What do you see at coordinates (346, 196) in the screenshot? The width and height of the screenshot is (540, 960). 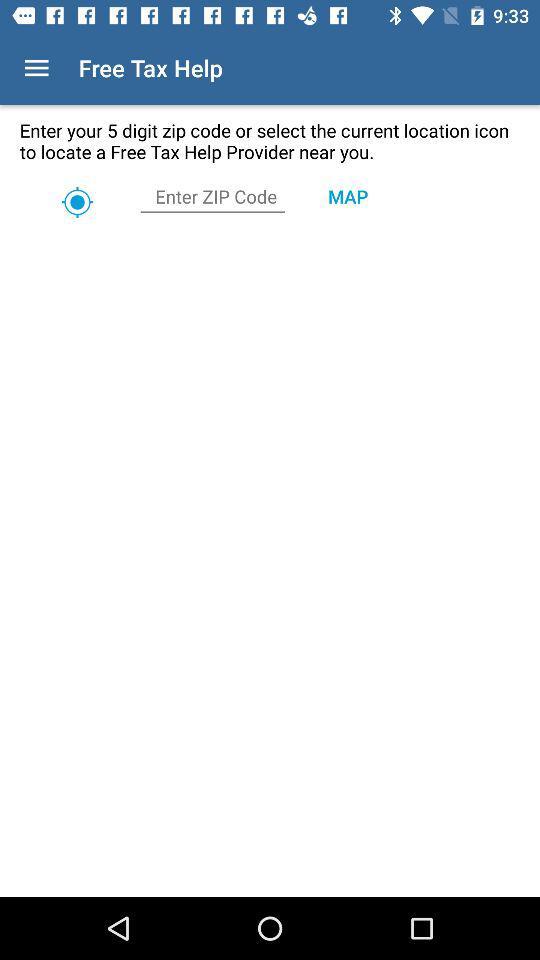 I see `the map` at bounding box center [346, 196].